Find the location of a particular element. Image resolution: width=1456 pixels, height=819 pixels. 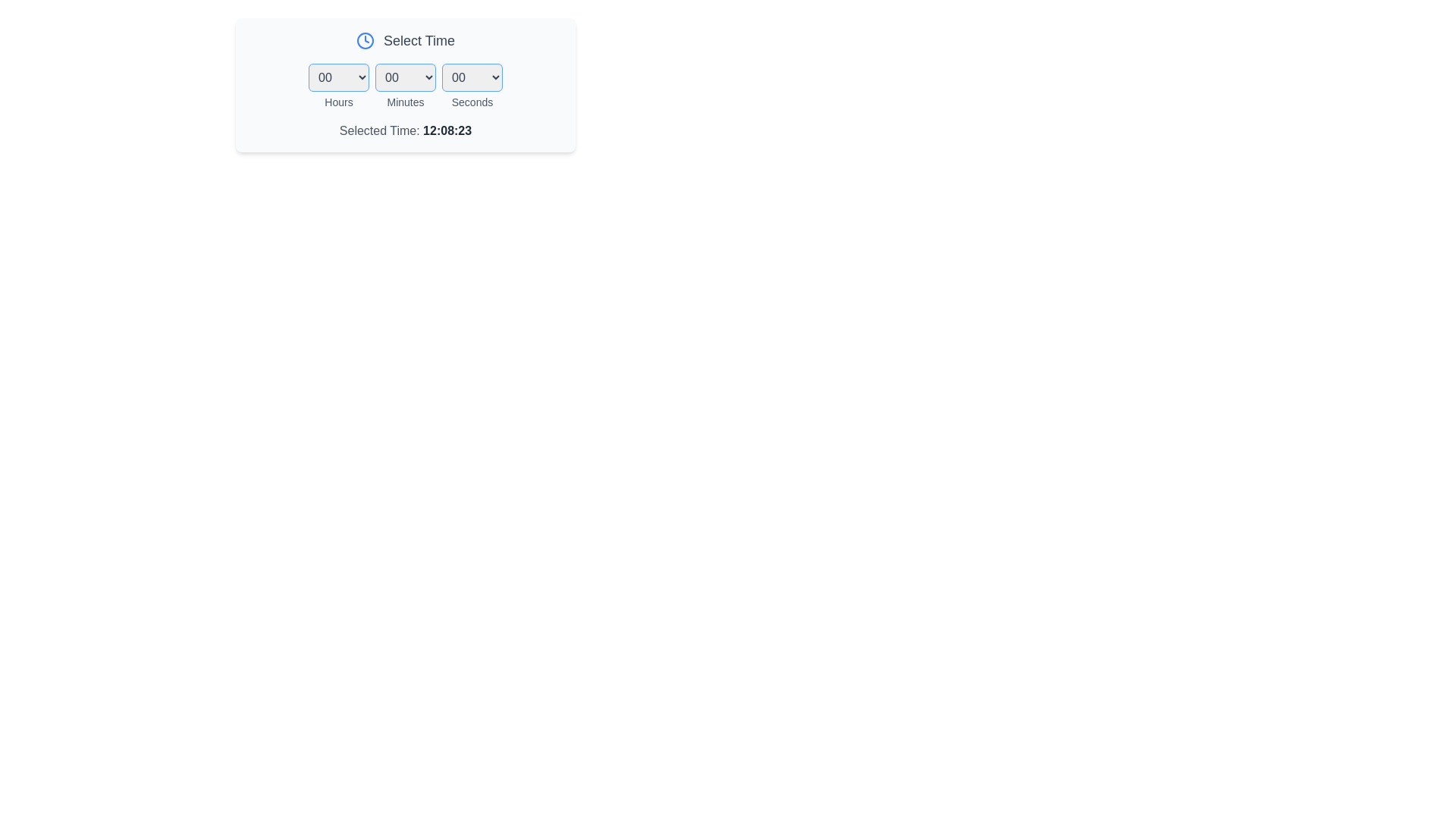

the dropdown menu labeled 'Seconds' with a blue border is located at coordinates (472, 86).